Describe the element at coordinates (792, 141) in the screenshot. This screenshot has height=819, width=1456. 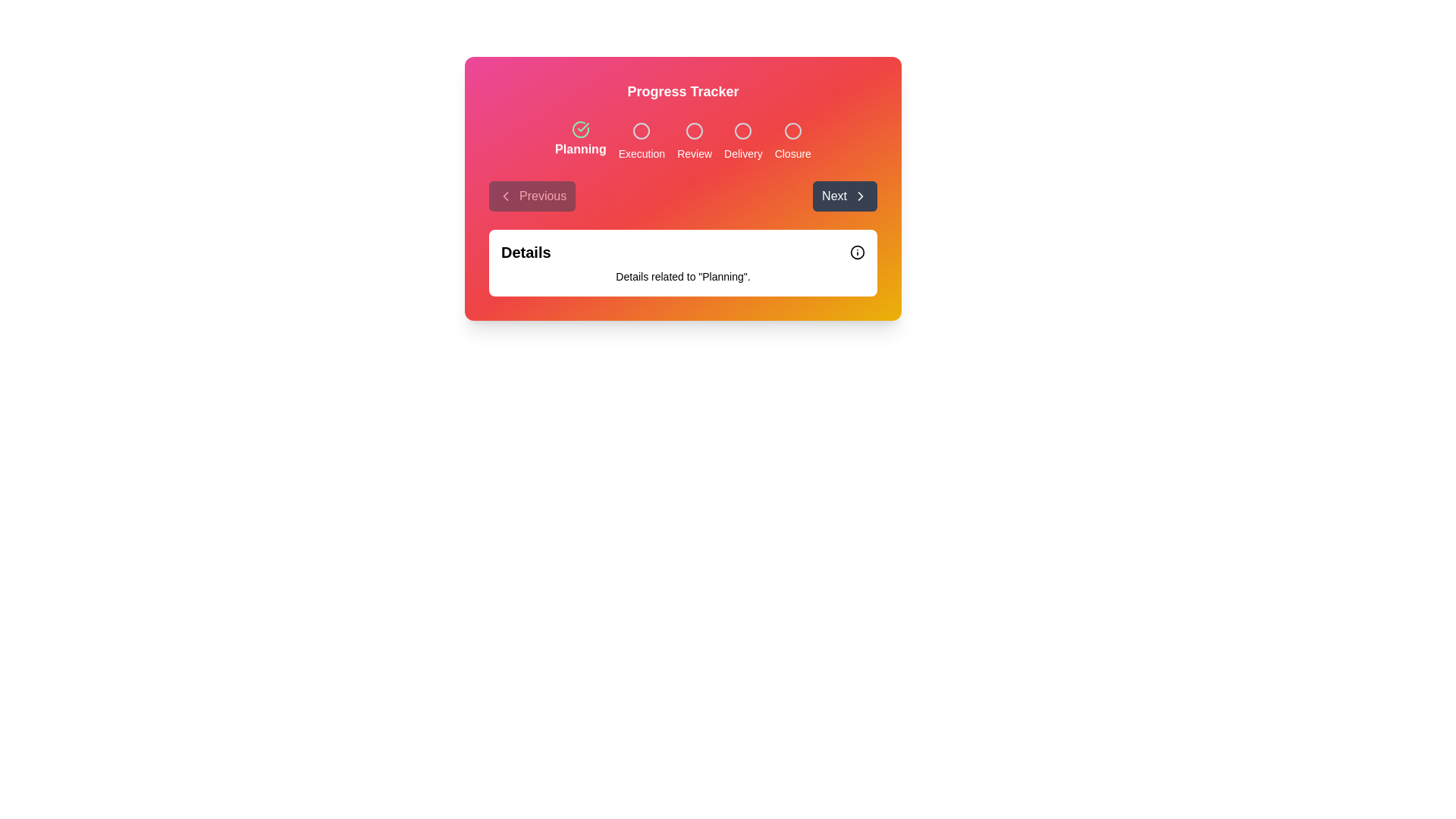
I see `to select the 'Closure' stage in the progress step indicator, which is the fifth element in a horizontal arrangement within the progress tracker system` at that location.